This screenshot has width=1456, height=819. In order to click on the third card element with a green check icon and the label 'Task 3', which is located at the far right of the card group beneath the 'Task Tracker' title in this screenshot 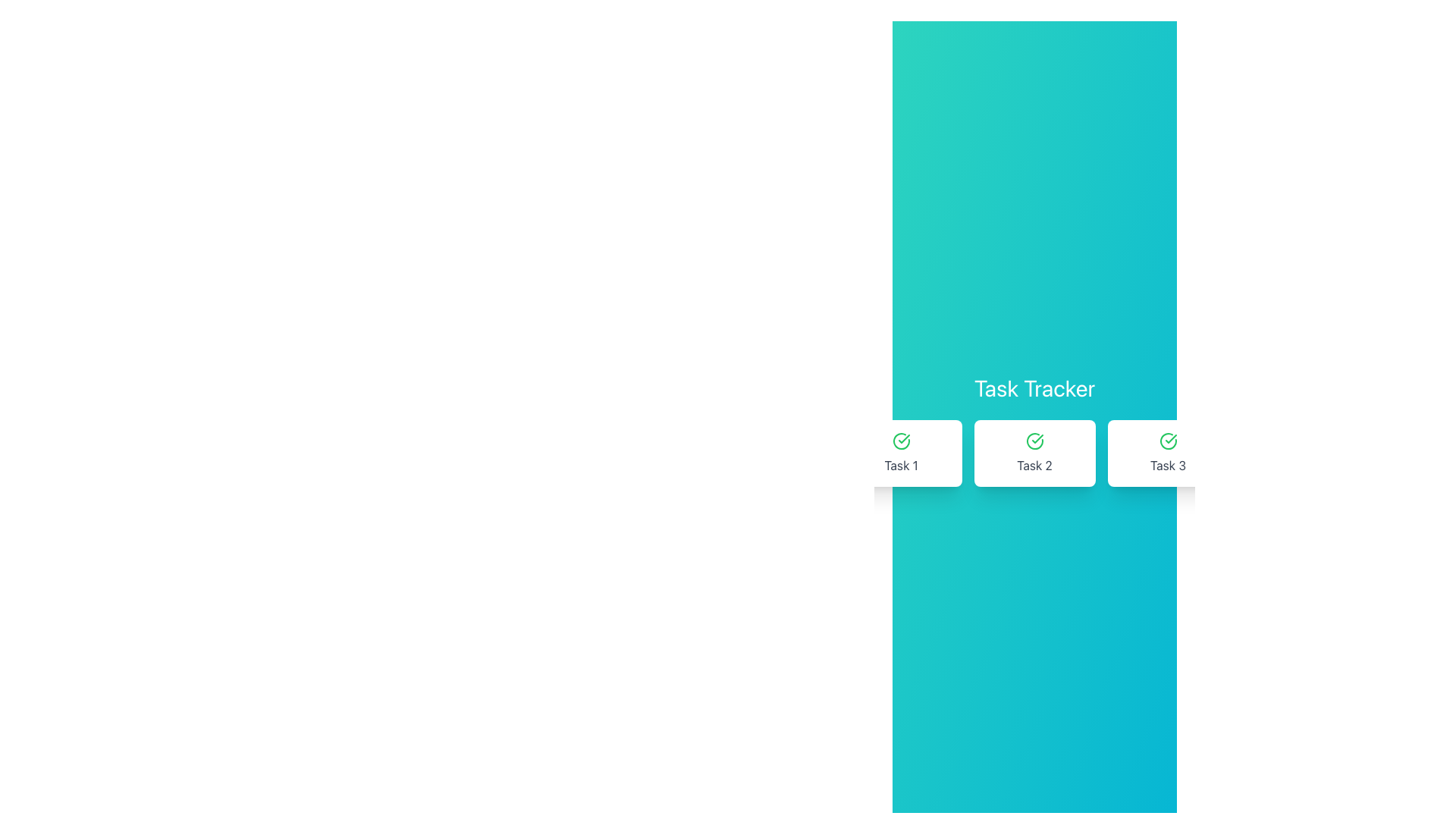, I will do `click(1167, 452)`.